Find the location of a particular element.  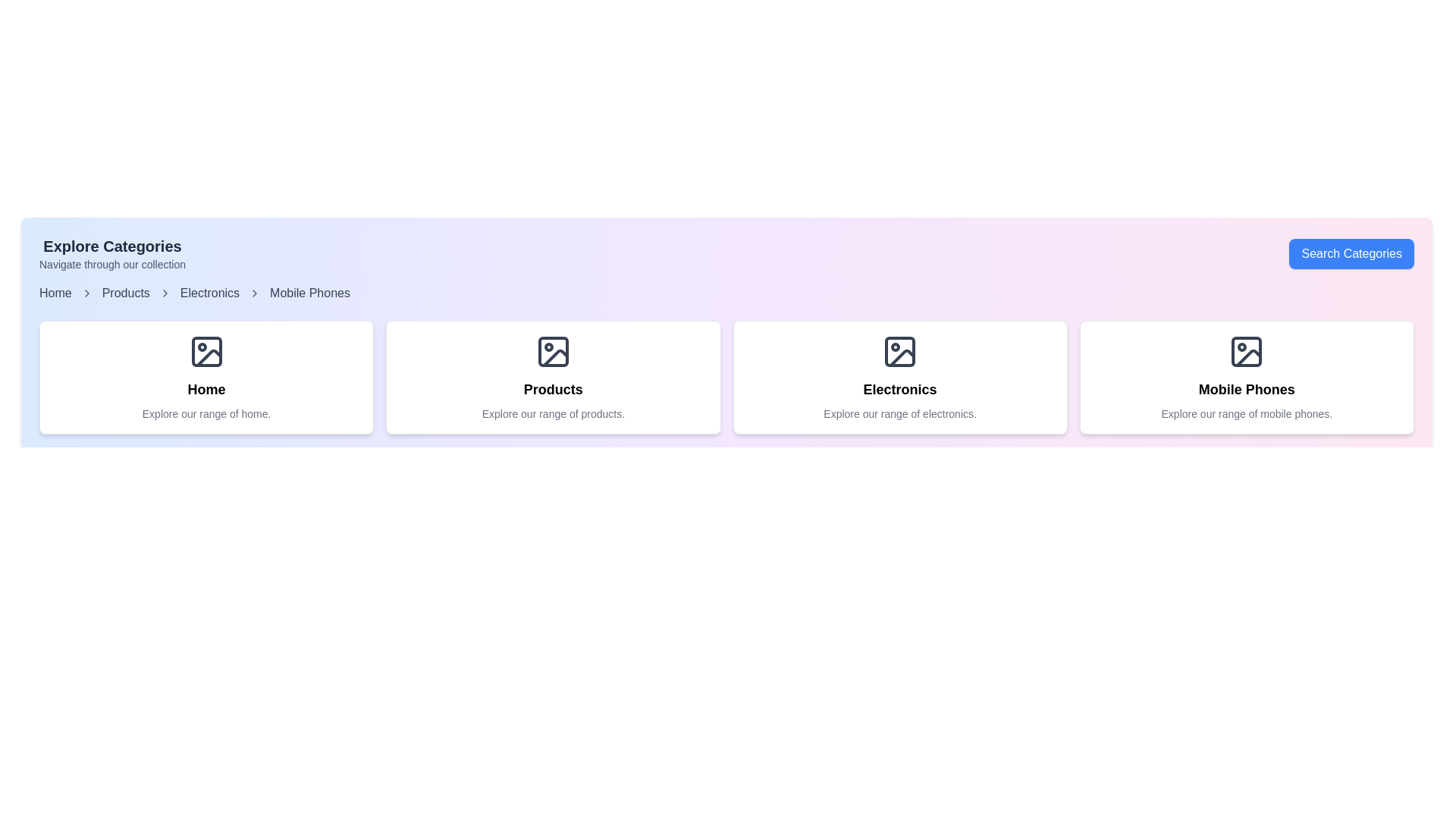

the static text label 'Products' which is styled in bold and centered alignment, located at the top of the middle card in a horizontal grid layout is located at coordinates (552, 388).